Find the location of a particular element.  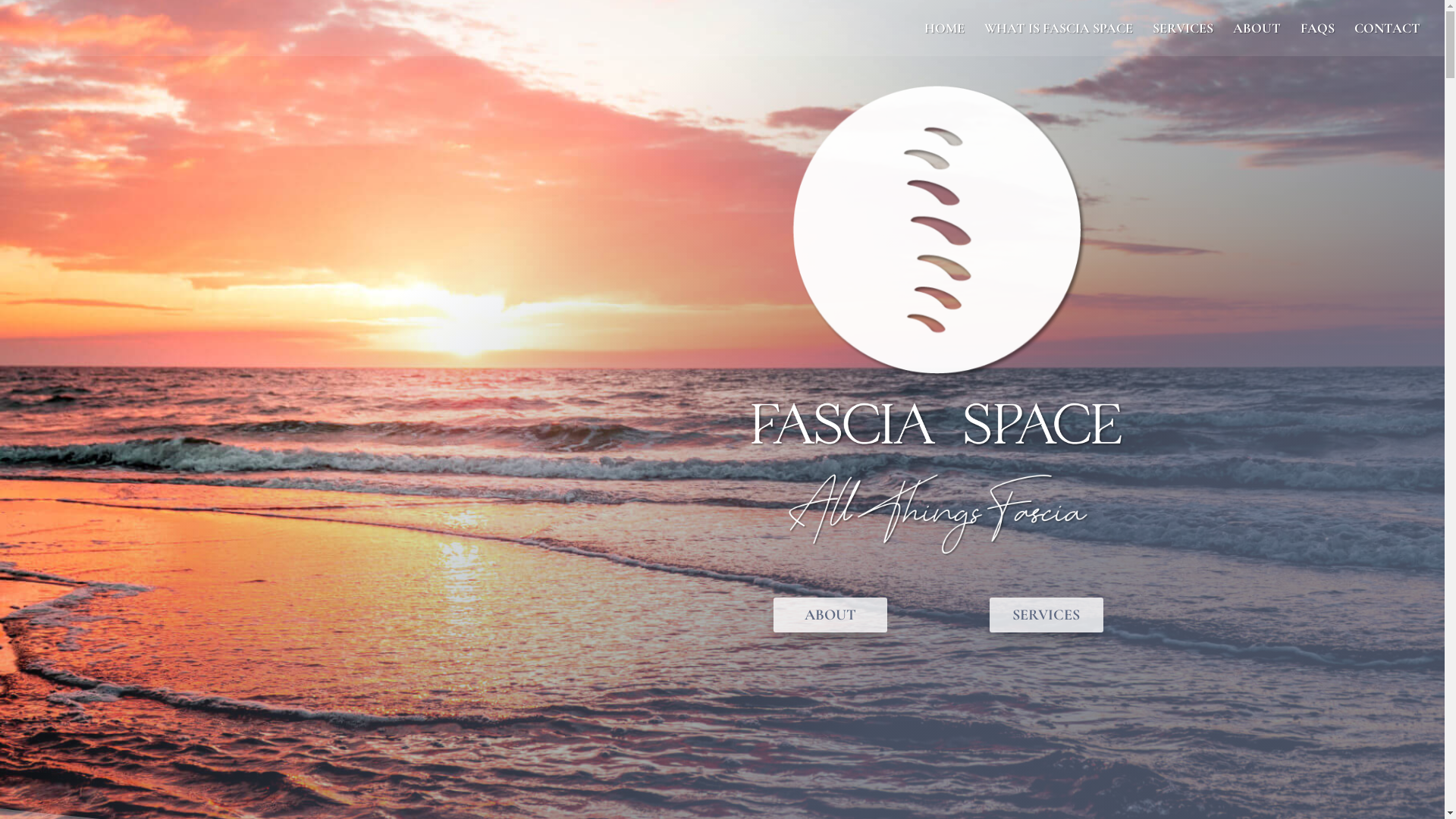

'SERVICES' is located at coordinates (1182, 38).